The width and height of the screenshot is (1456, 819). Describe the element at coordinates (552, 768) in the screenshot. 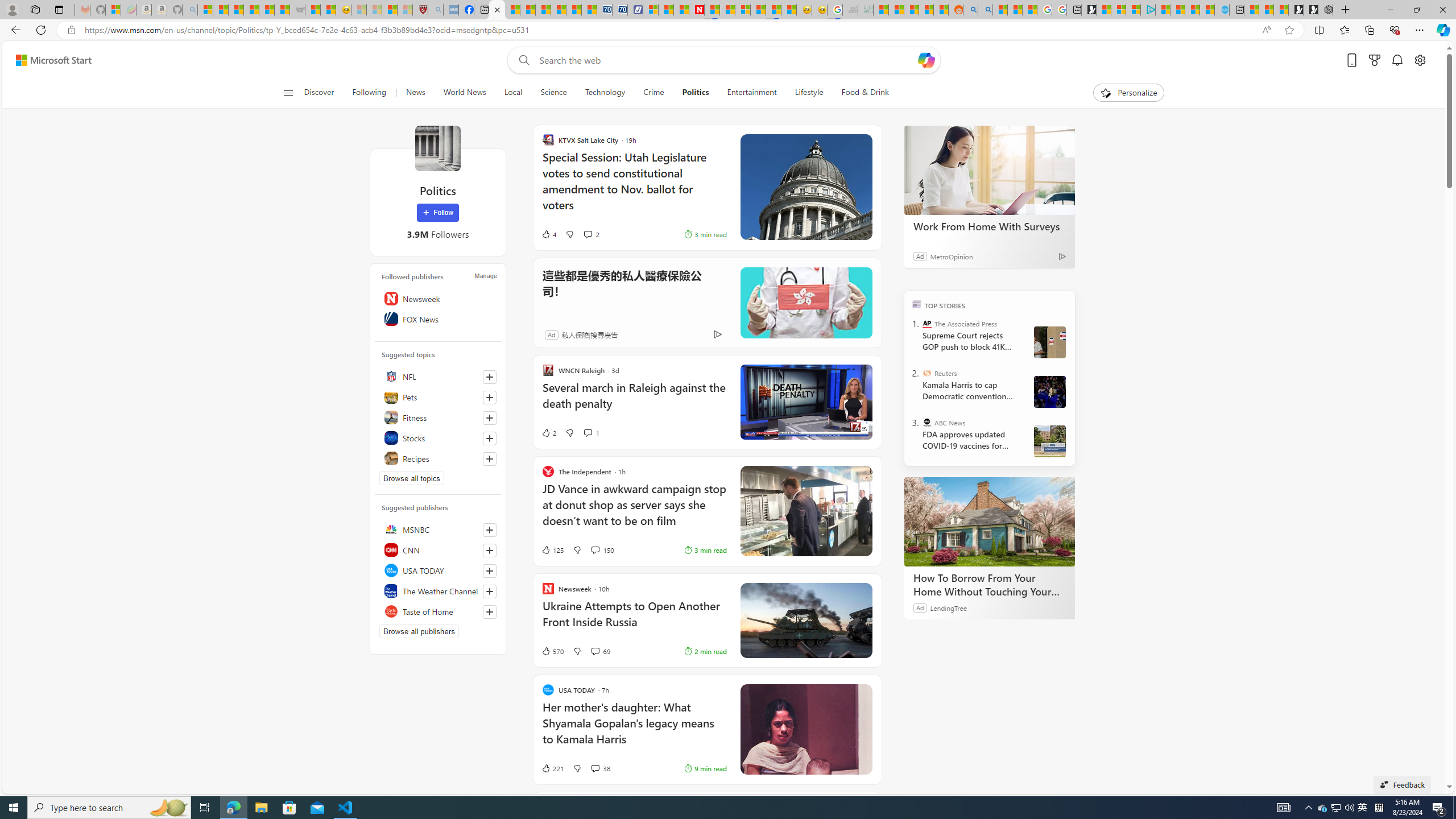

I see `'221 Like'` at that location.